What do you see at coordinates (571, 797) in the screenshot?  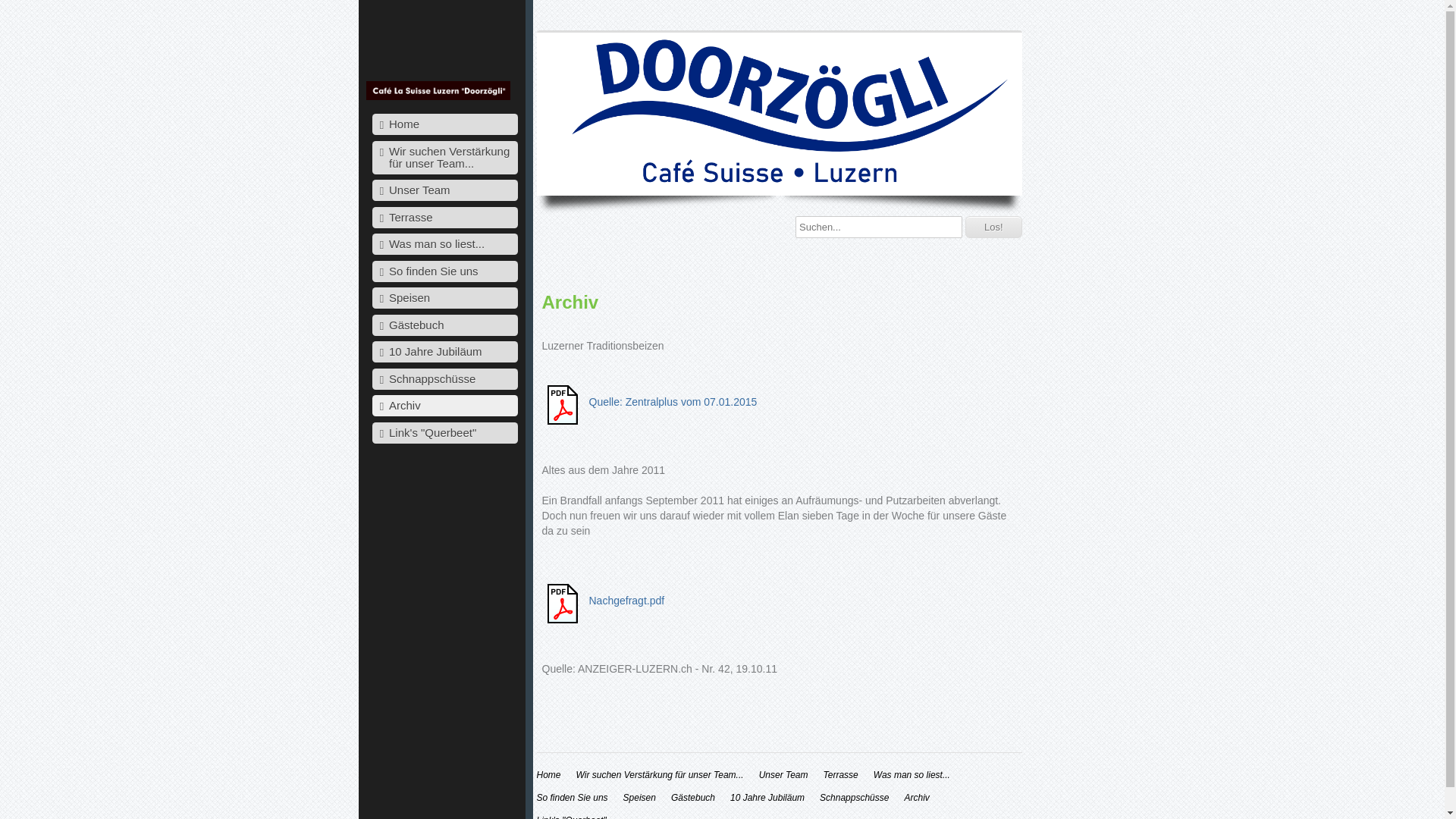 I see `'So finden Sie uns'` at bounding box center [571, 797].